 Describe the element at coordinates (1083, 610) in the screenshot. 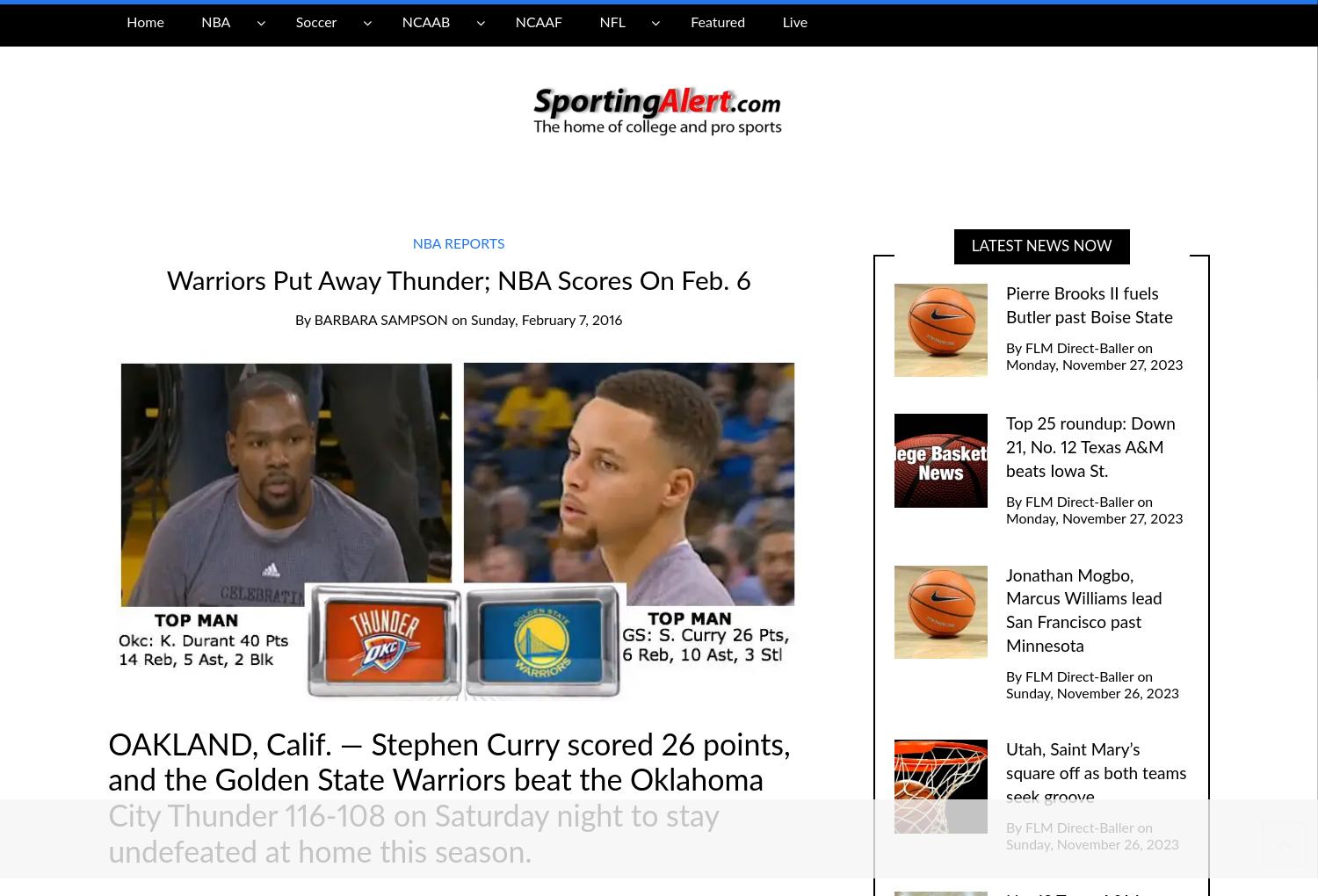

I see `'Jonathan Mogbo, Marcus Williams lead San Francisco past Minnesota'` at that location.